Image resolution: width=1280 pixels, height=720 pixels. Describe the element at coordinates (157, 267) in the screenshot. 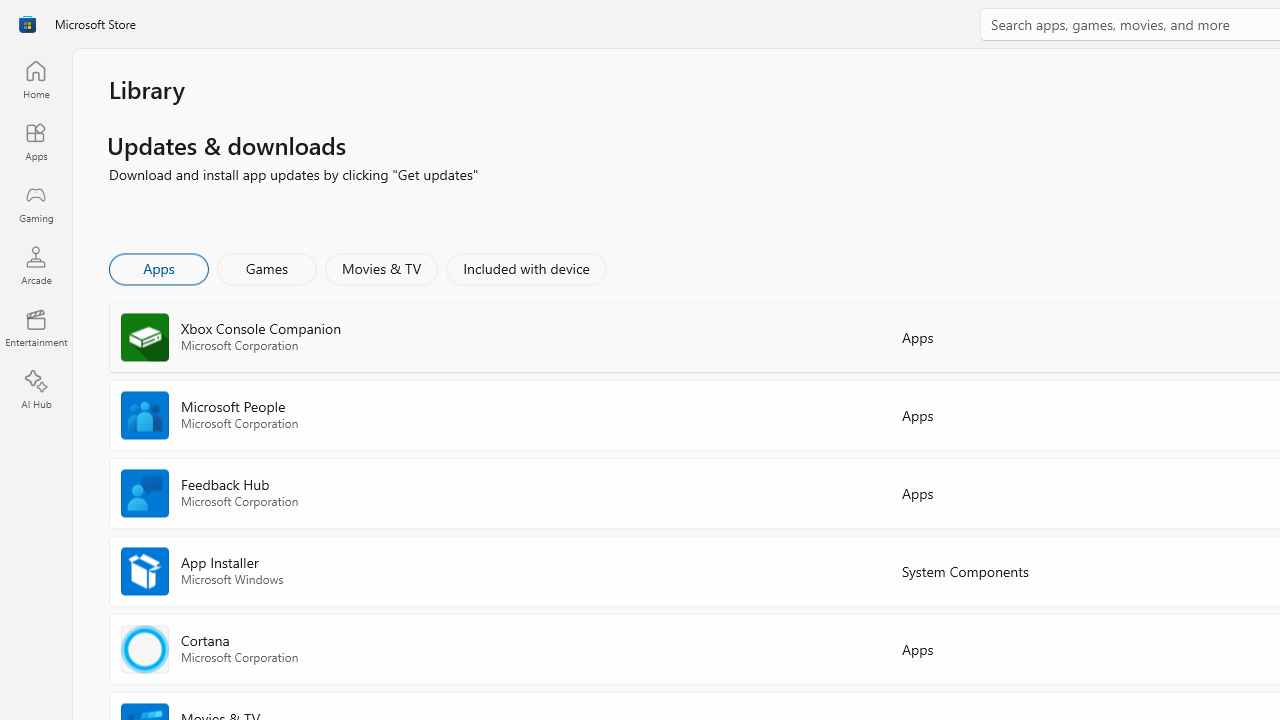

I see `'Apps'` at that location.